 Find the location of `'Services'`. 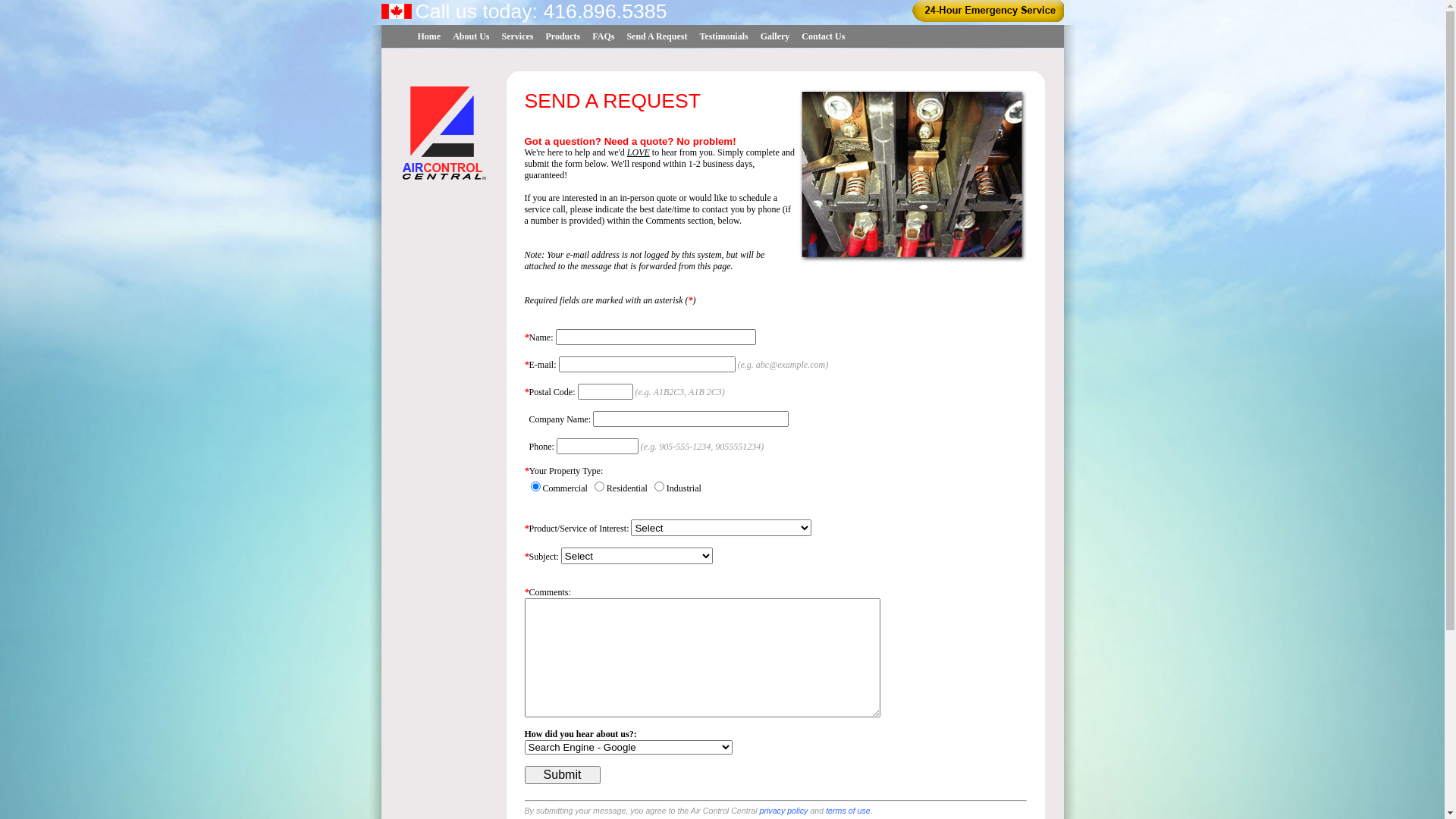

'Services' is located at coordinates (517, 36).